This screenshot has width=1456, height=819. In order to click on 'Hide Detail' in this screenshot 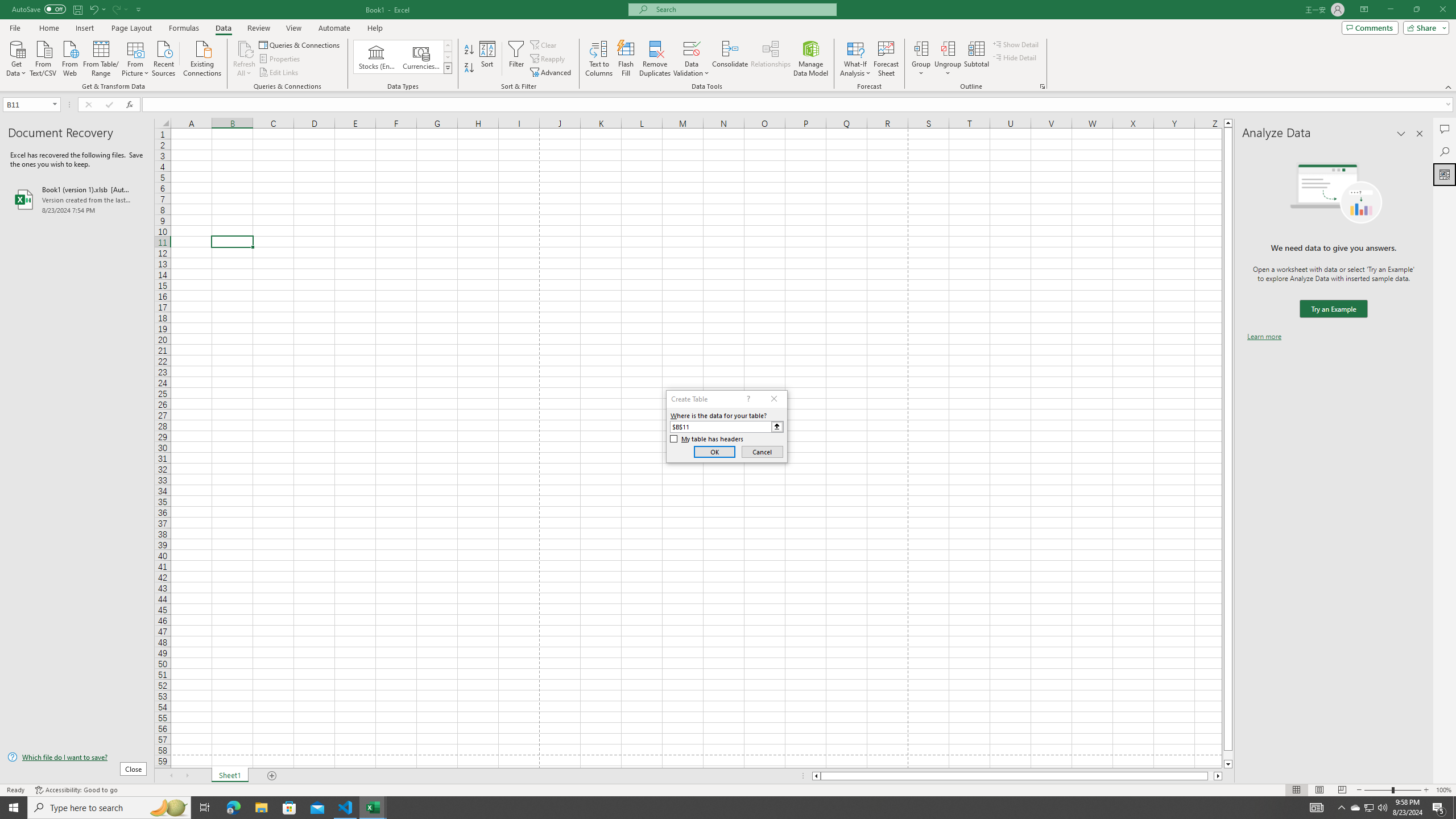, I will do `click(1015, 56)`.